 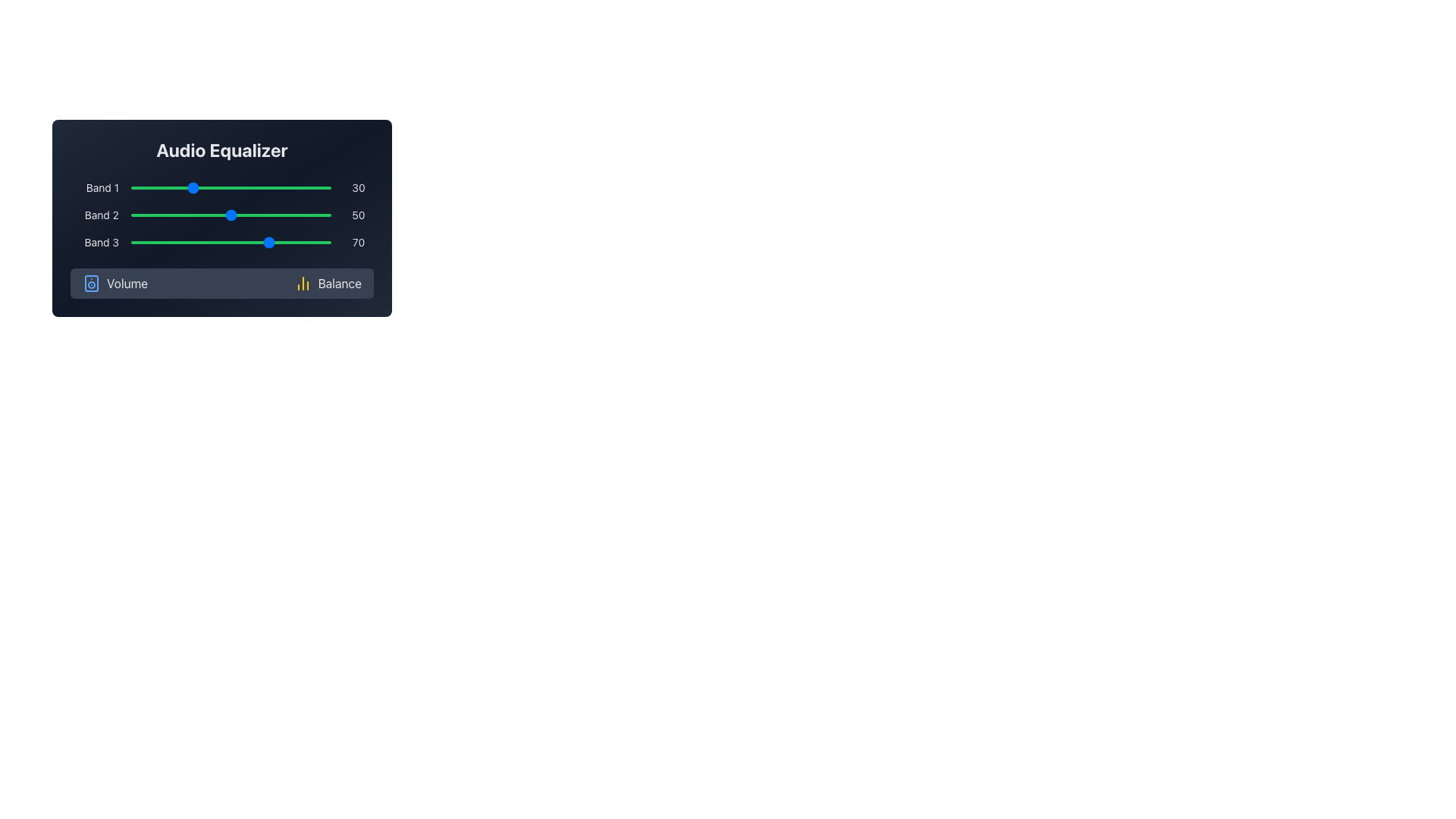 What do you see at coordinates (231, 187) in the screenshot?
I see `the track of the range slider for 'Band 1' to move the thumb` at bounding box center [231, 187].